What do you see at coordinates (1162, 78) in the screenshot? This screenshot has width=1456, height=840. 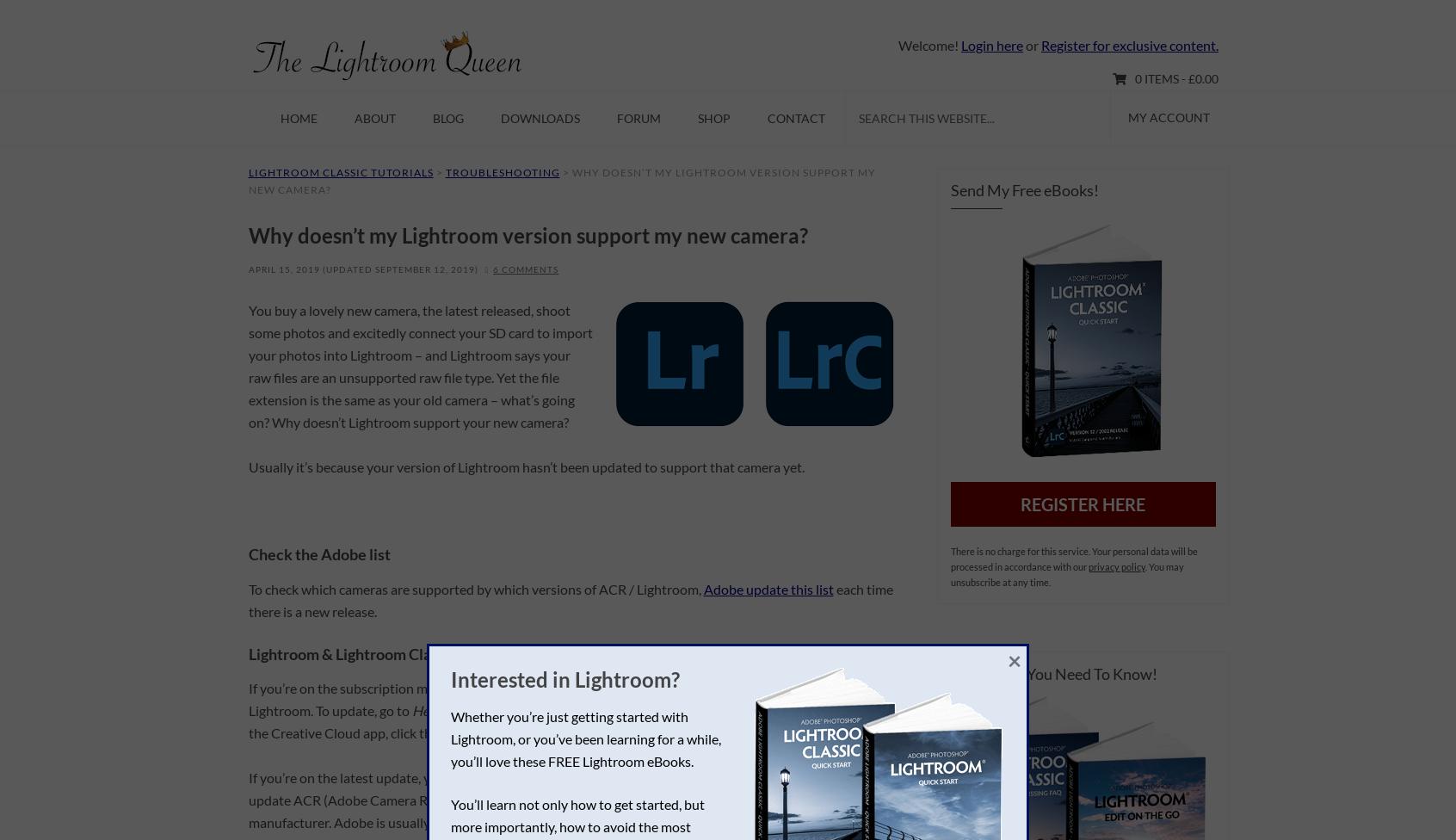 I see `'0 items -'` at bounding box center [1162, 78].